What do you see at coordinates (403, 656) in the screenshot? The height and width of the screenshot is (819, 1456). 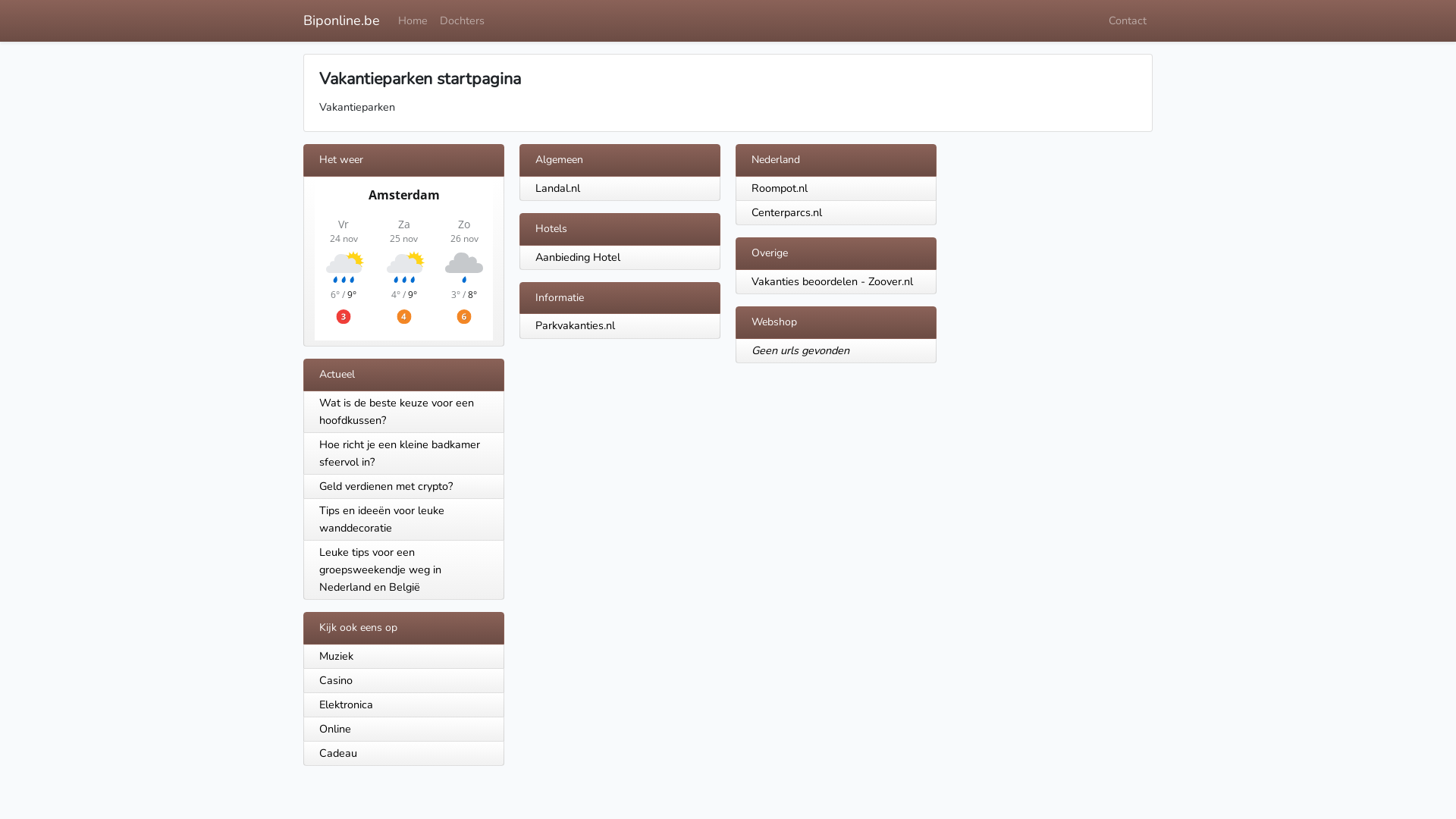 I see `'Muziek'` at bounding box center [403, 656].